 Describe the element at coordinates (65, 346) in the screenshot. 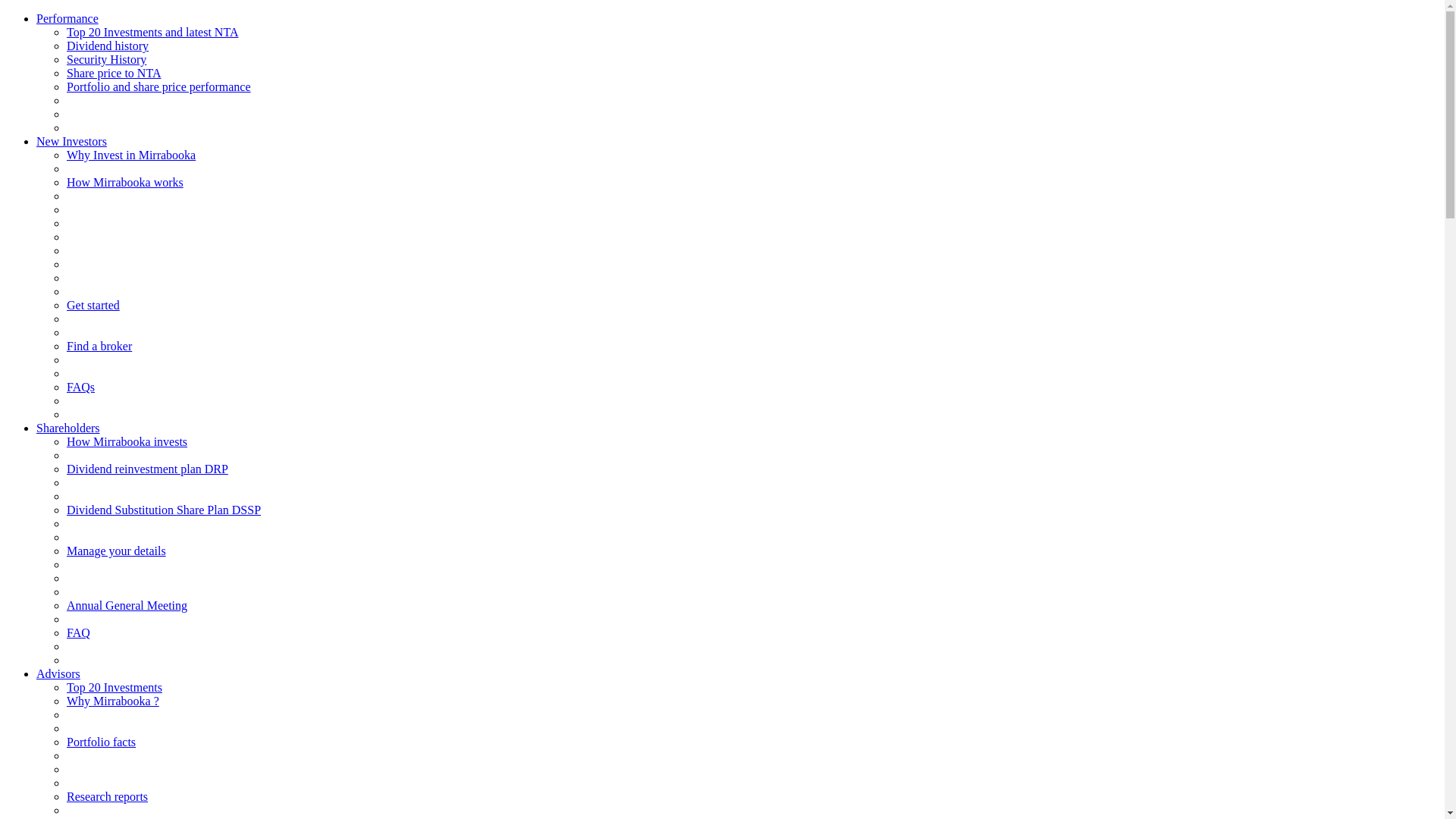

I see `'Find a broker'` at that location.